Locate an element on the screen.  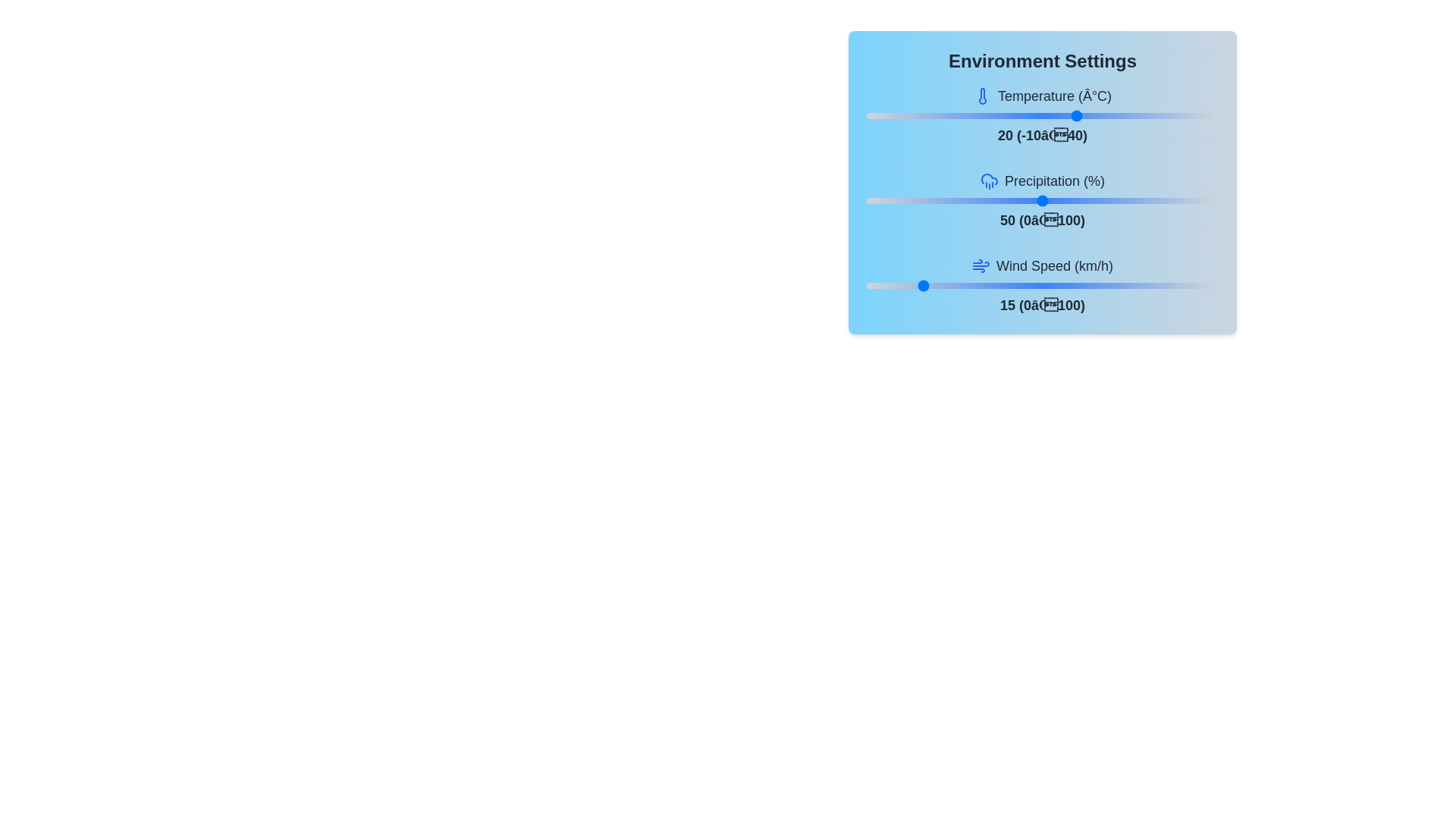
the precipitation level is located at coordinates (1141, 200).